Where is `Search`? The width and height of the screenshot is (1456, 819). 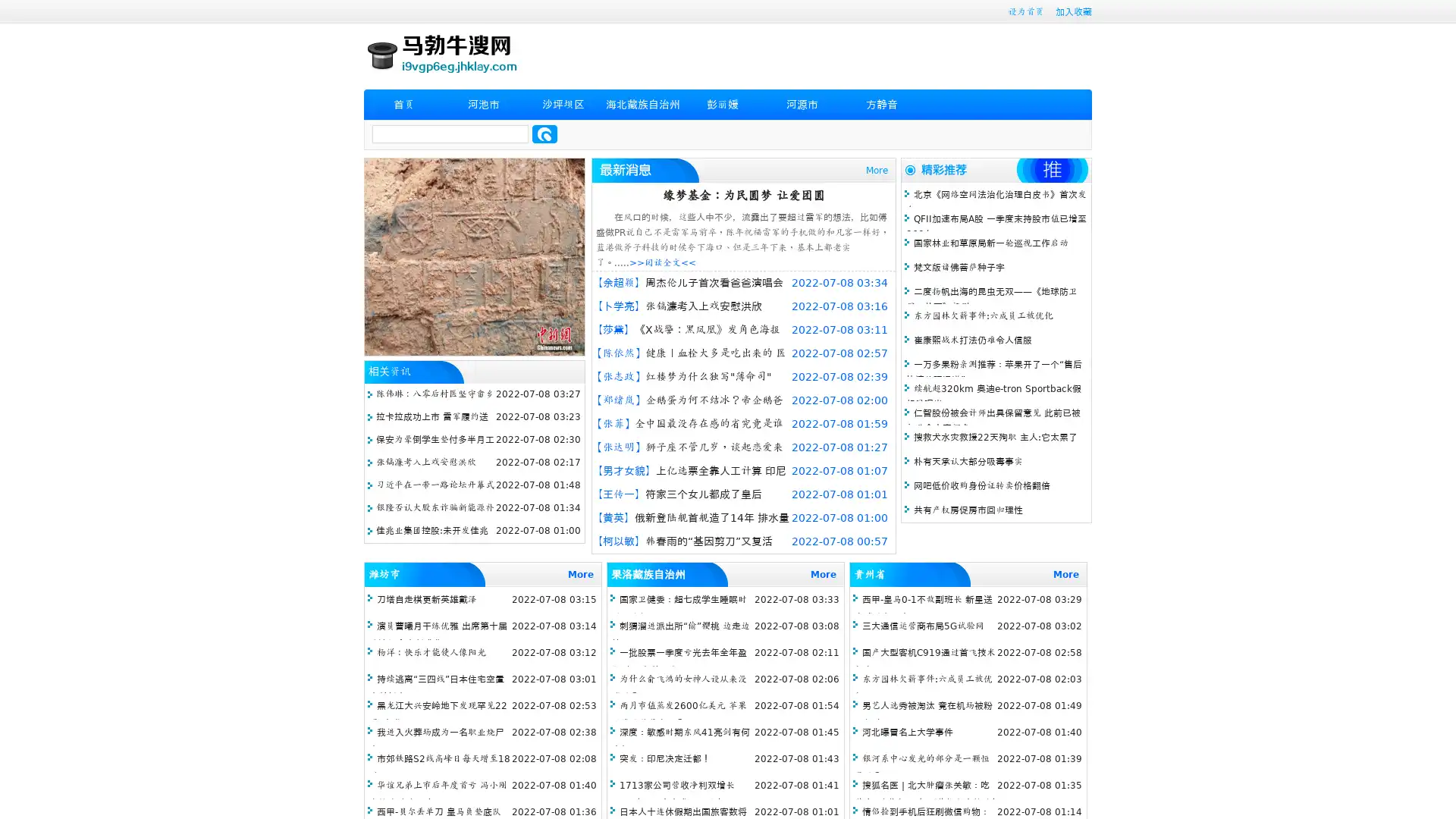
Search is located at coordinates (544, 133).